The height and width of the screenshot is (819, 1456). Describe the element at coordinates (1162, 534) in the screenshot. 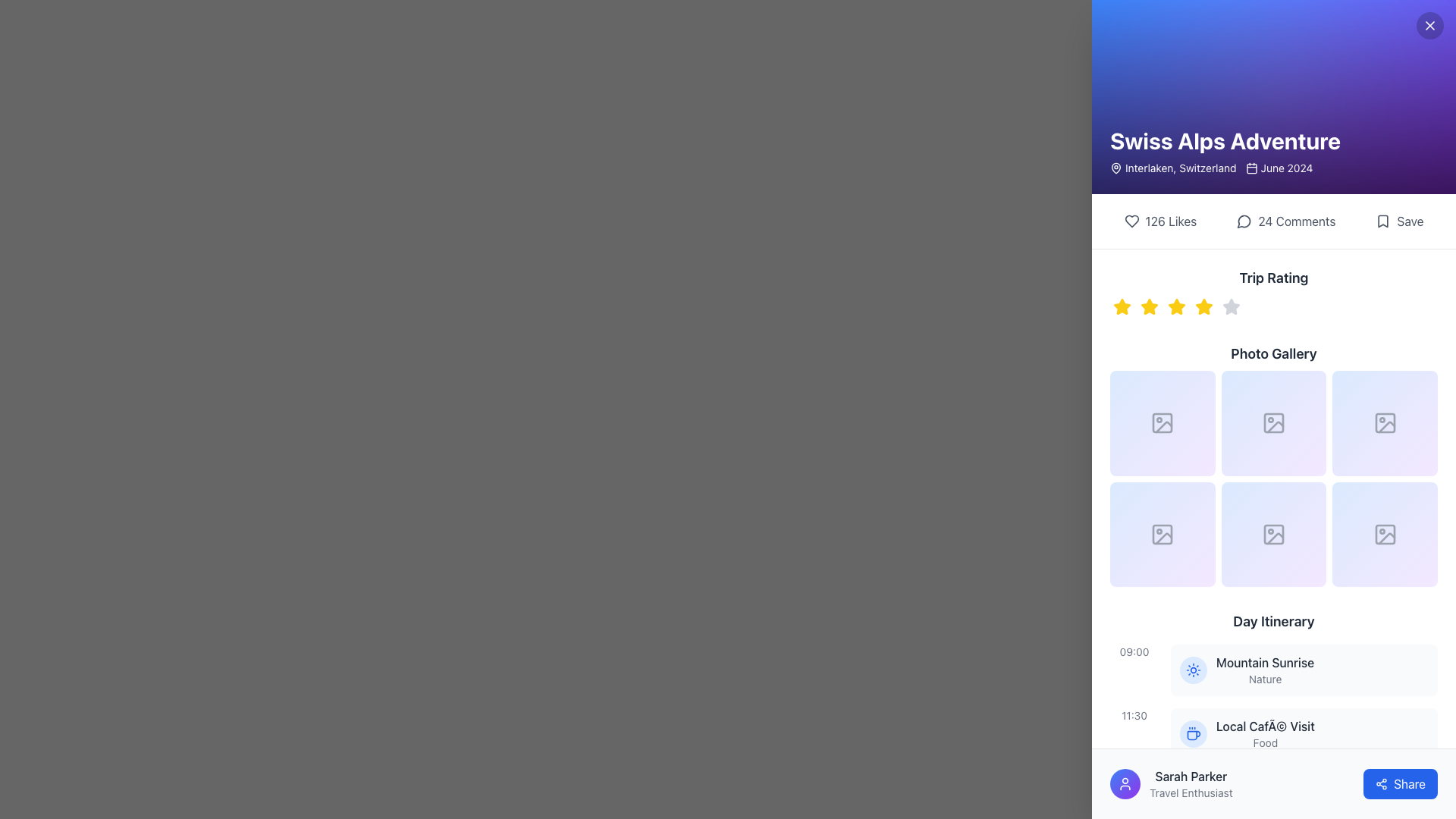

I see `the interactive icon or image placeholder located at the center of the second row in the photo gallery grid, which is the fourth element in reading order` at that location.